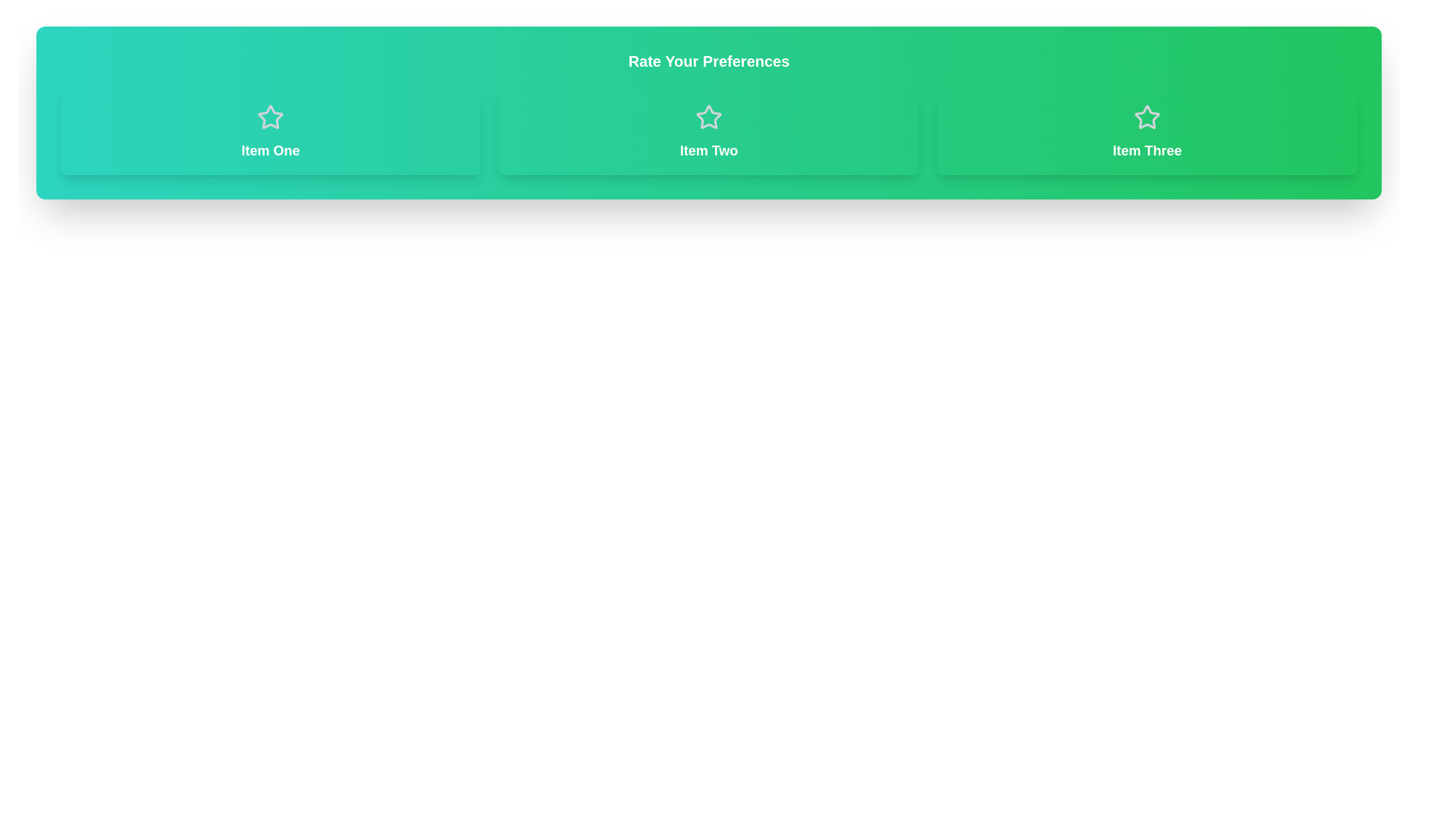 Image resolution: width=1456 pixels, height=819 pixels. I want to click on the star icon for Item Two, so click(708, 116).